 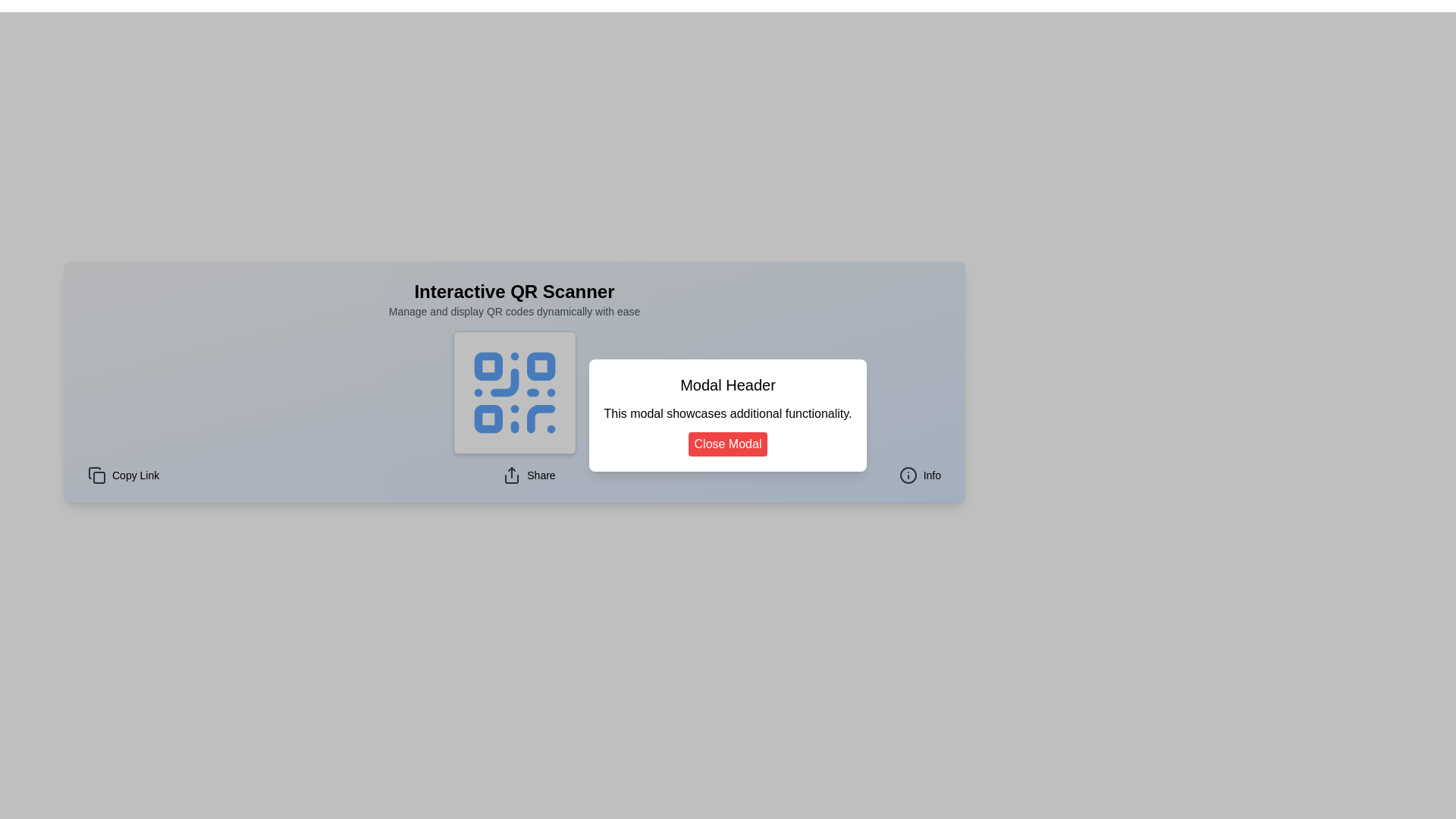 I want to click on the sharing button, which is the second interactive button positioned centrally between the 'Copy Link' button and the 'Info' button, to change its icon color, so click(x=529, y=475).